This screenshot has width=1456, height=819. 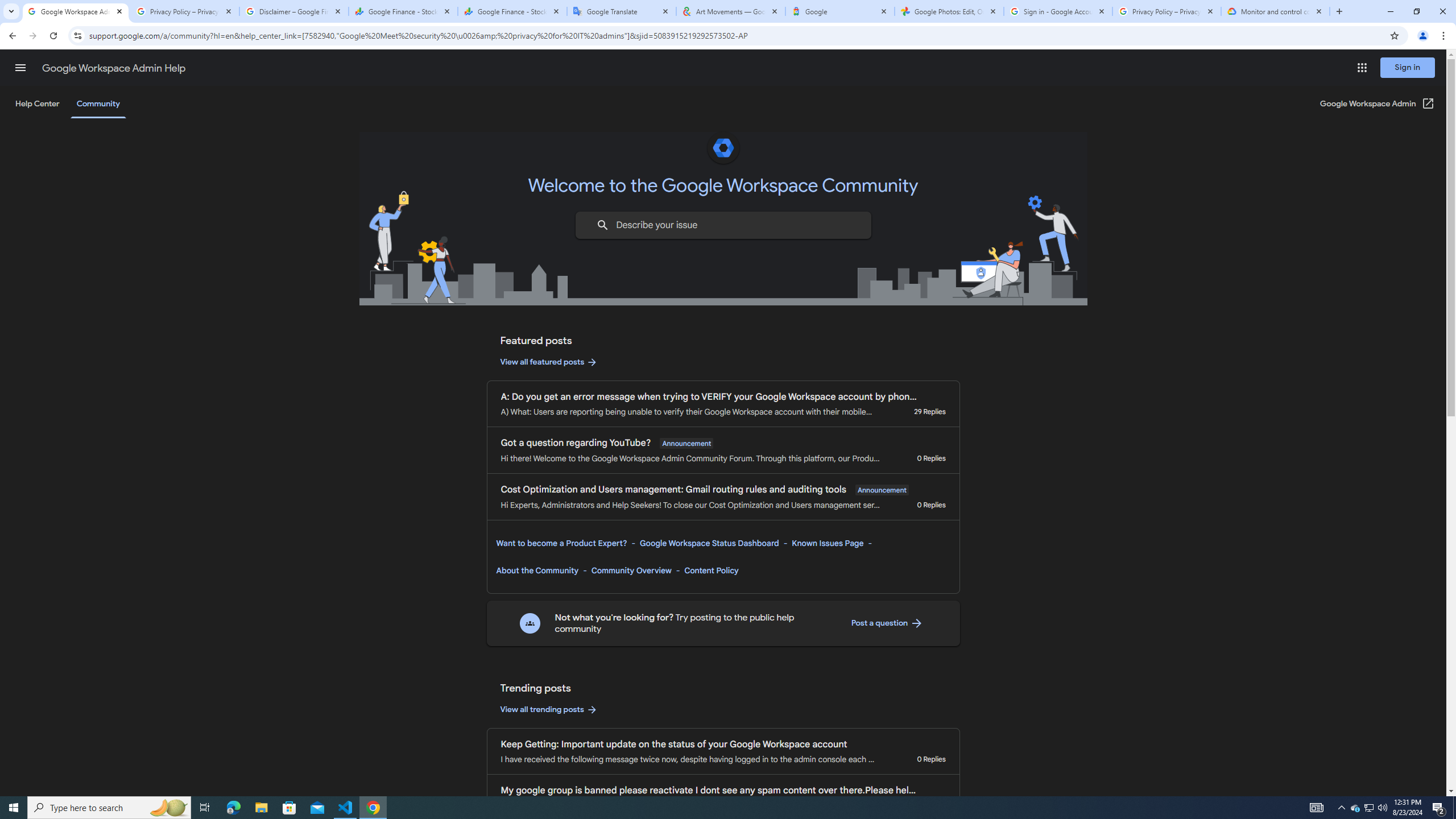 What do you see at coordinates (97, 103) in the screenshot?
I see `'Community'` at bounding box center [97, 103].